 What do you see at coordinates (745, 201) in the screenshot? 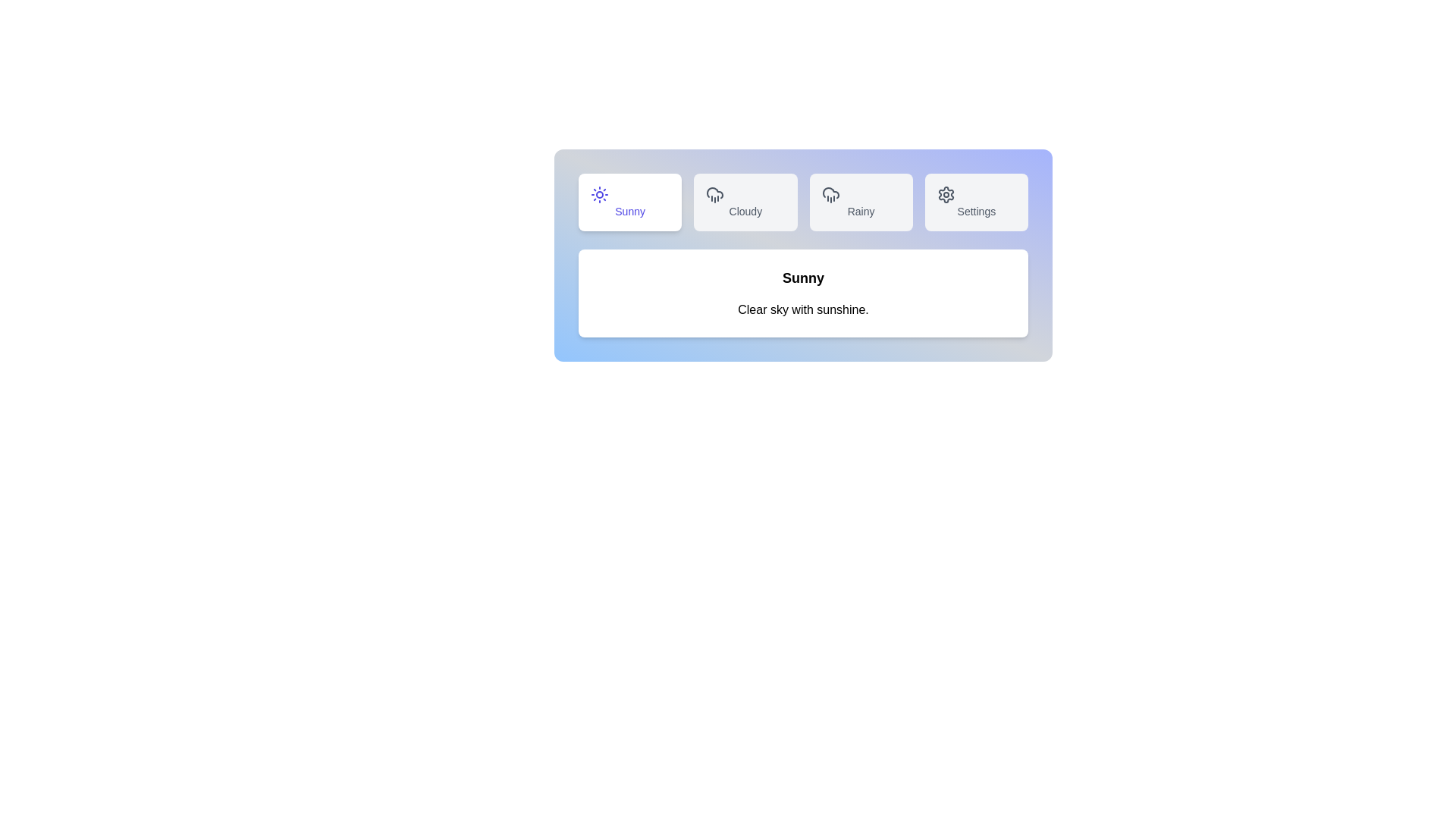
I see `the Cloudy tab` at bounding box center [745, 201].